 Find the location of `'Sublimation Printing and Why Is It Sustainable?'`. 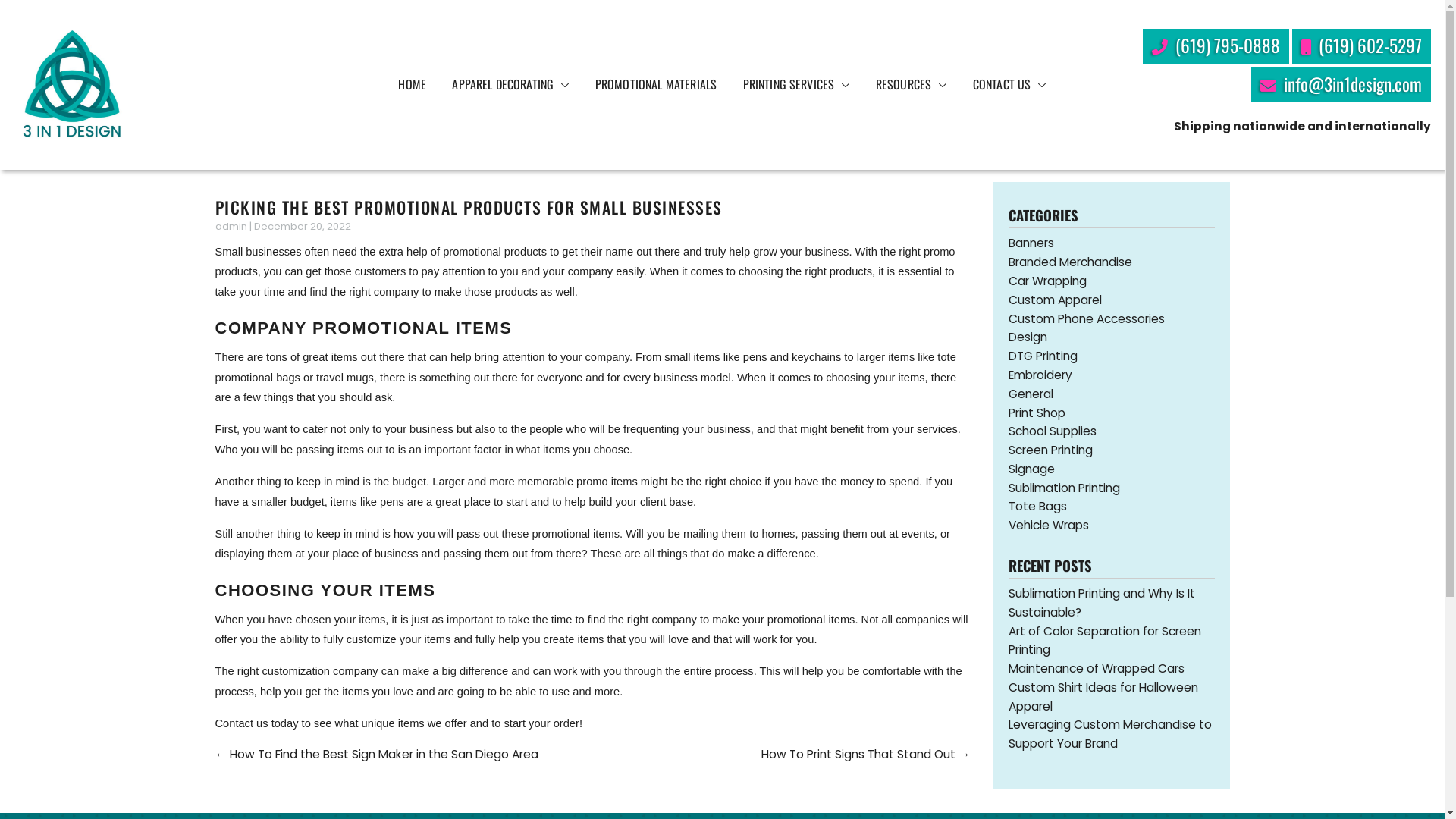

'Sublimation Printing and Why Is It Sustainable?' is located at coordinates (1102, 601).